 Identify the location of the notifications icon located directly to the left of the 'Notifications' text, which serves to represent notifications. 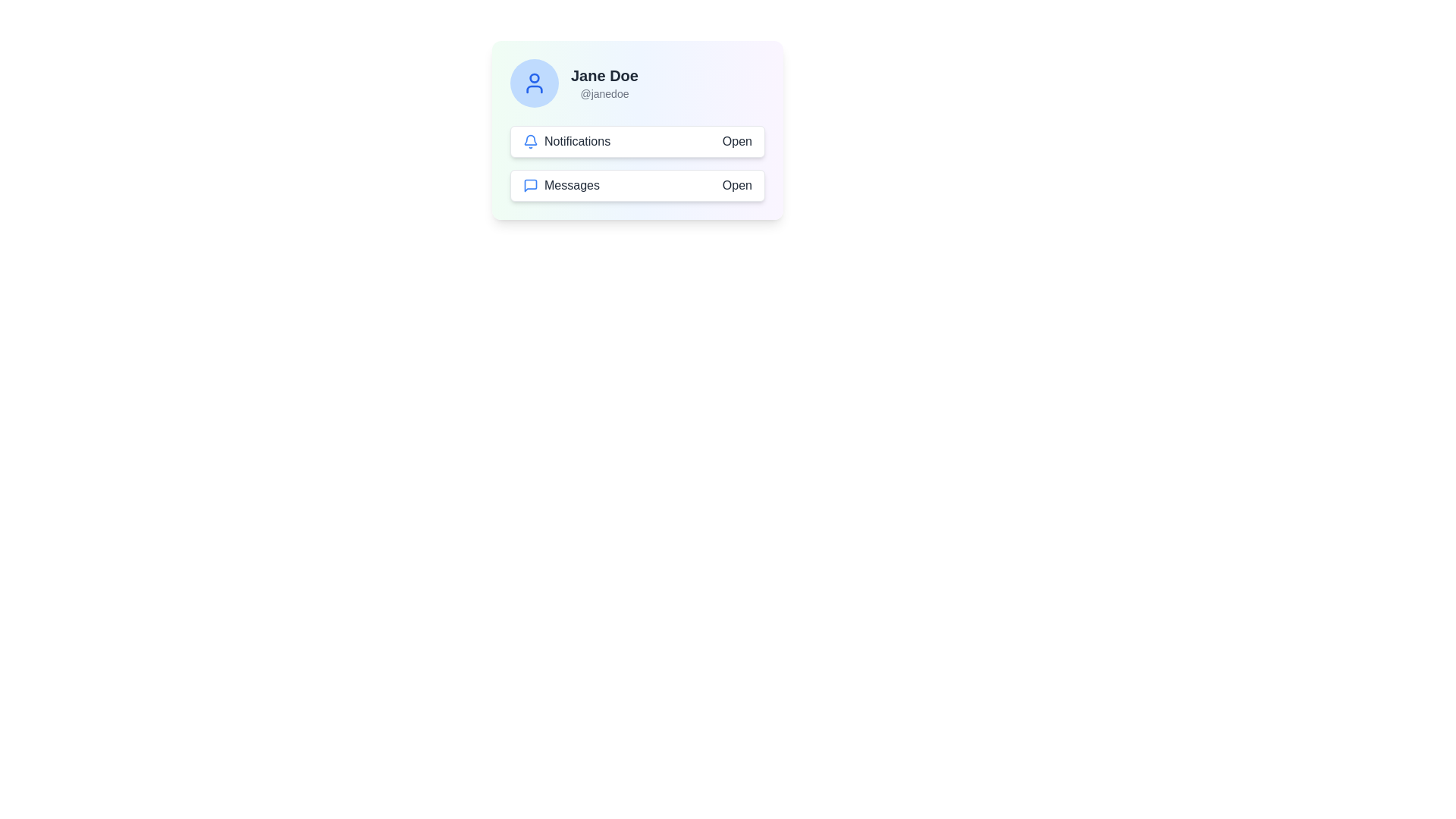
(531, 141).